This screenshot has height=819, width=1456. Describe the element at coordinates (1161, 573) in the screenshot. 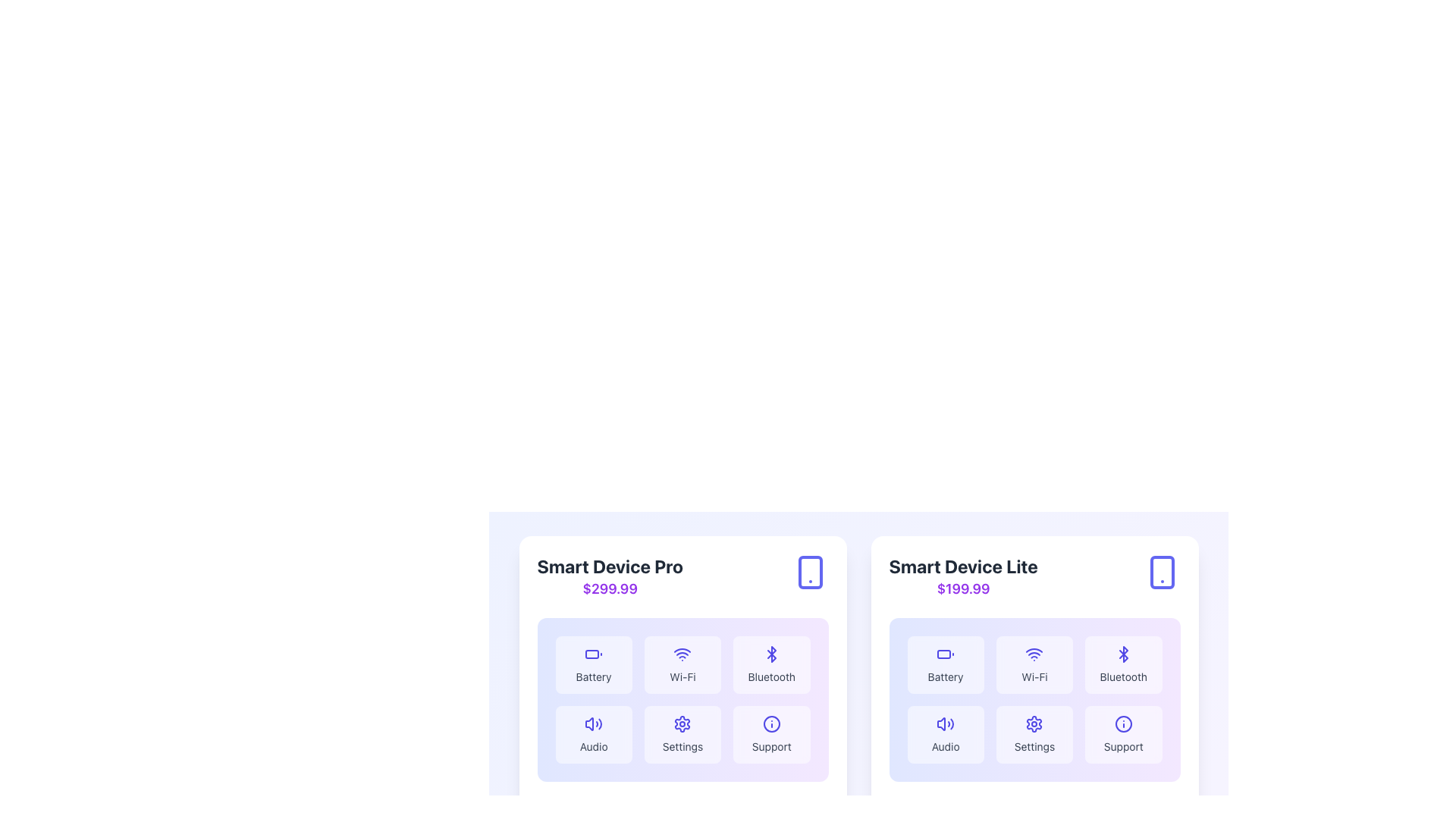

I see `the graphical icon part, which is a rectangular element with rounded corners located in the top-right section of the 'Smart Device Lite' card` at that location.